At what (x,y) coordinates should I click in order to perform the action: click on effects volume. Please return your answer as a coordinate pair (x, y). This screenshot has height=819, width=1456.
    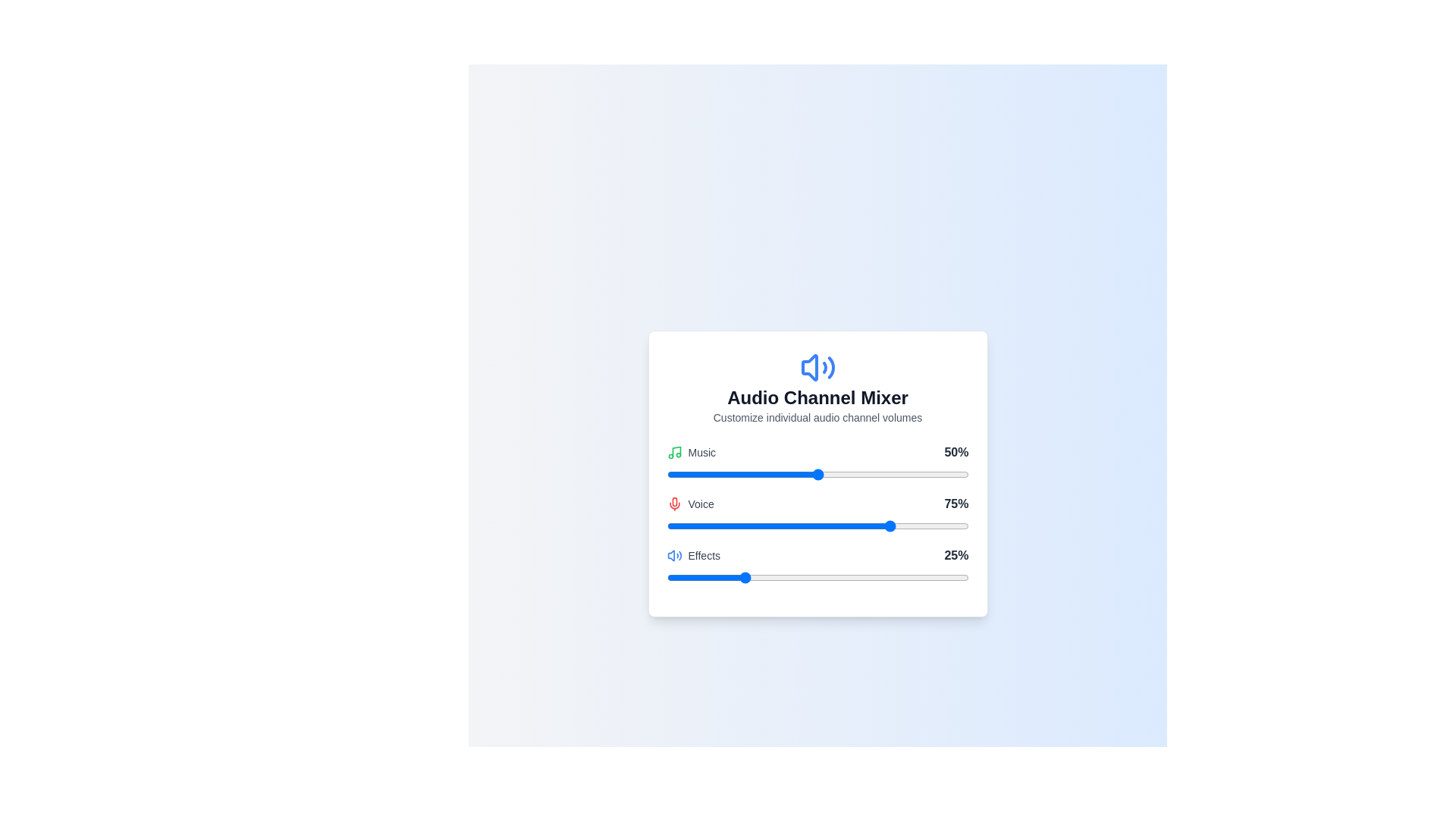
    Looking at the image, I should click on (742, 578).